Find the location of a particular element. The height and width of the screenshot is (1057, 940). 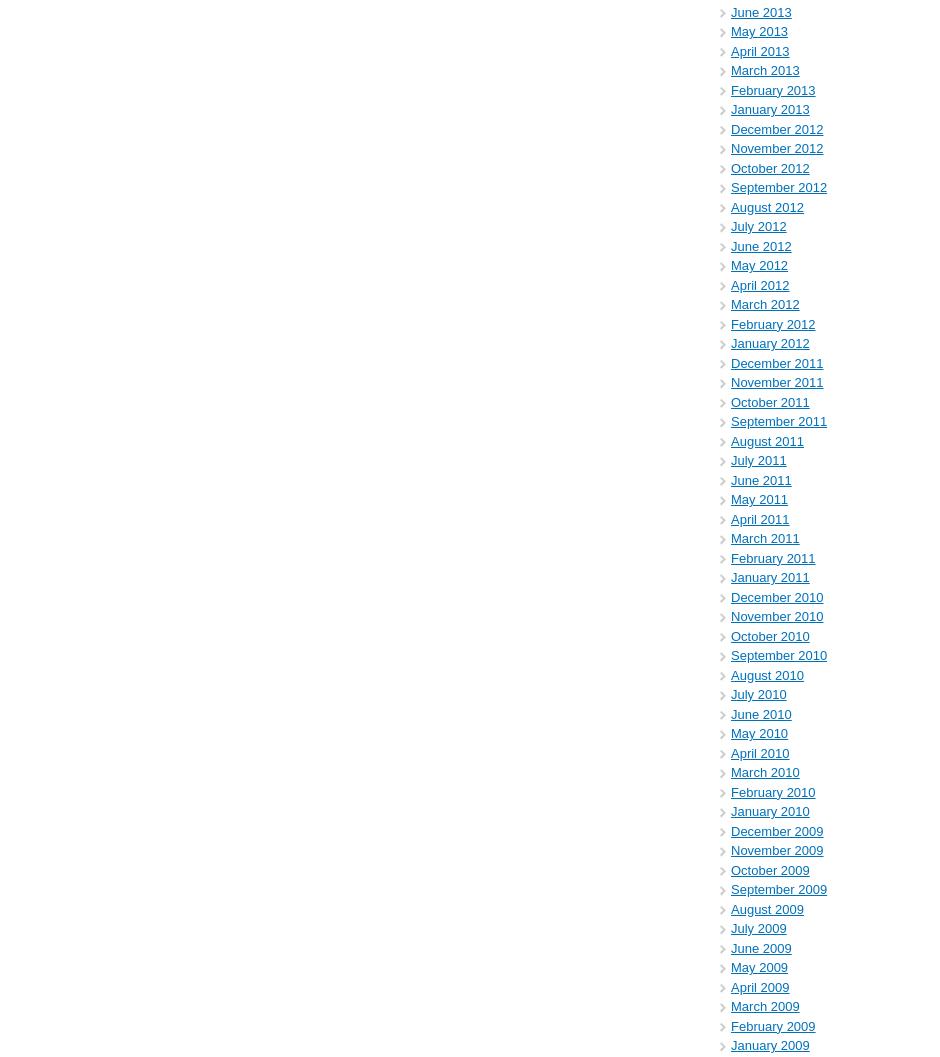

'April 2010' is located at coordinates (758, 751).